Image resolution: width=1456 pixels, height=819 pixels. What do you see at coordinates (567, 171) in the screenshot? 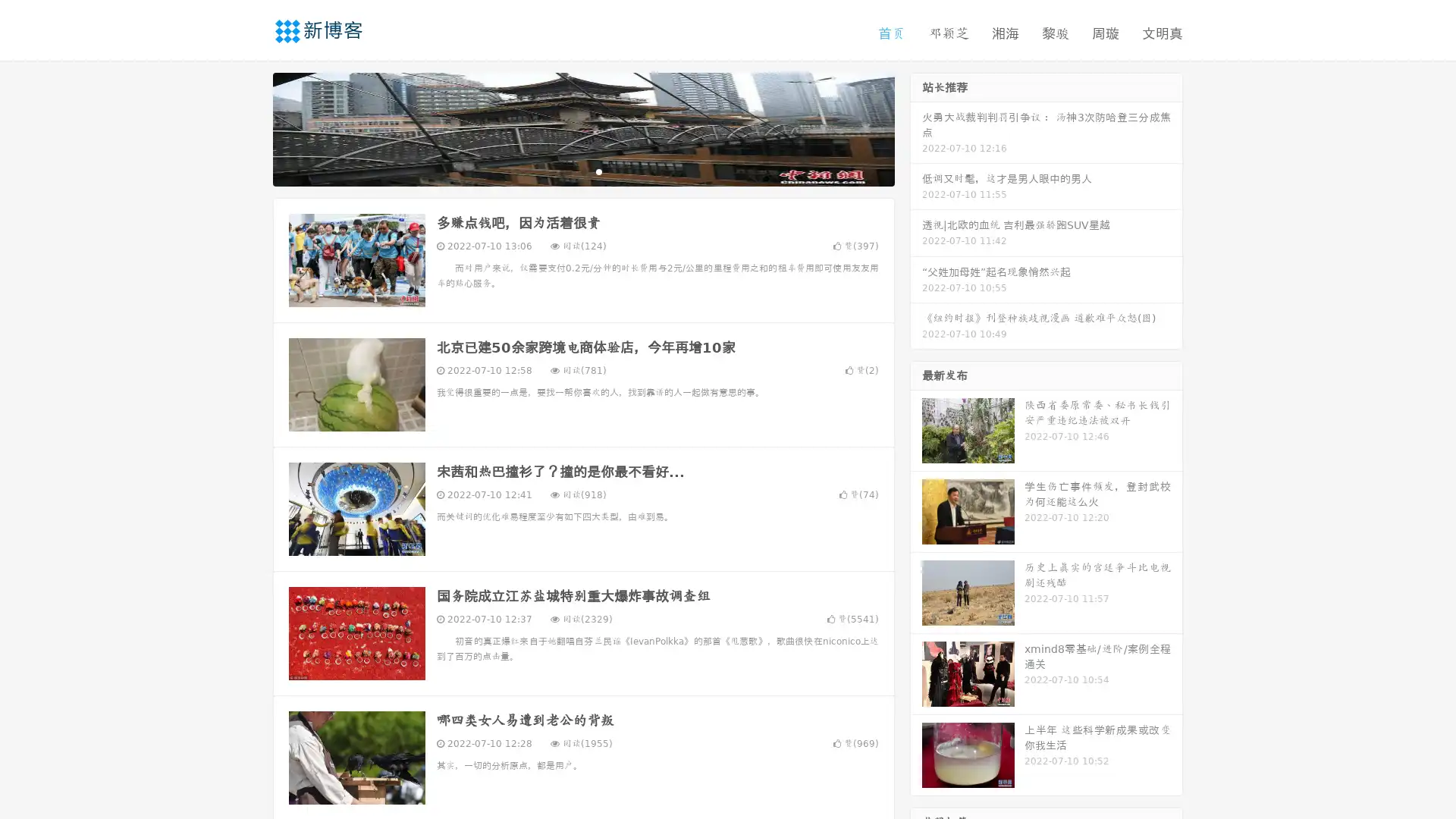
I see `Go to slide 1` at bounding box center [567, 171].